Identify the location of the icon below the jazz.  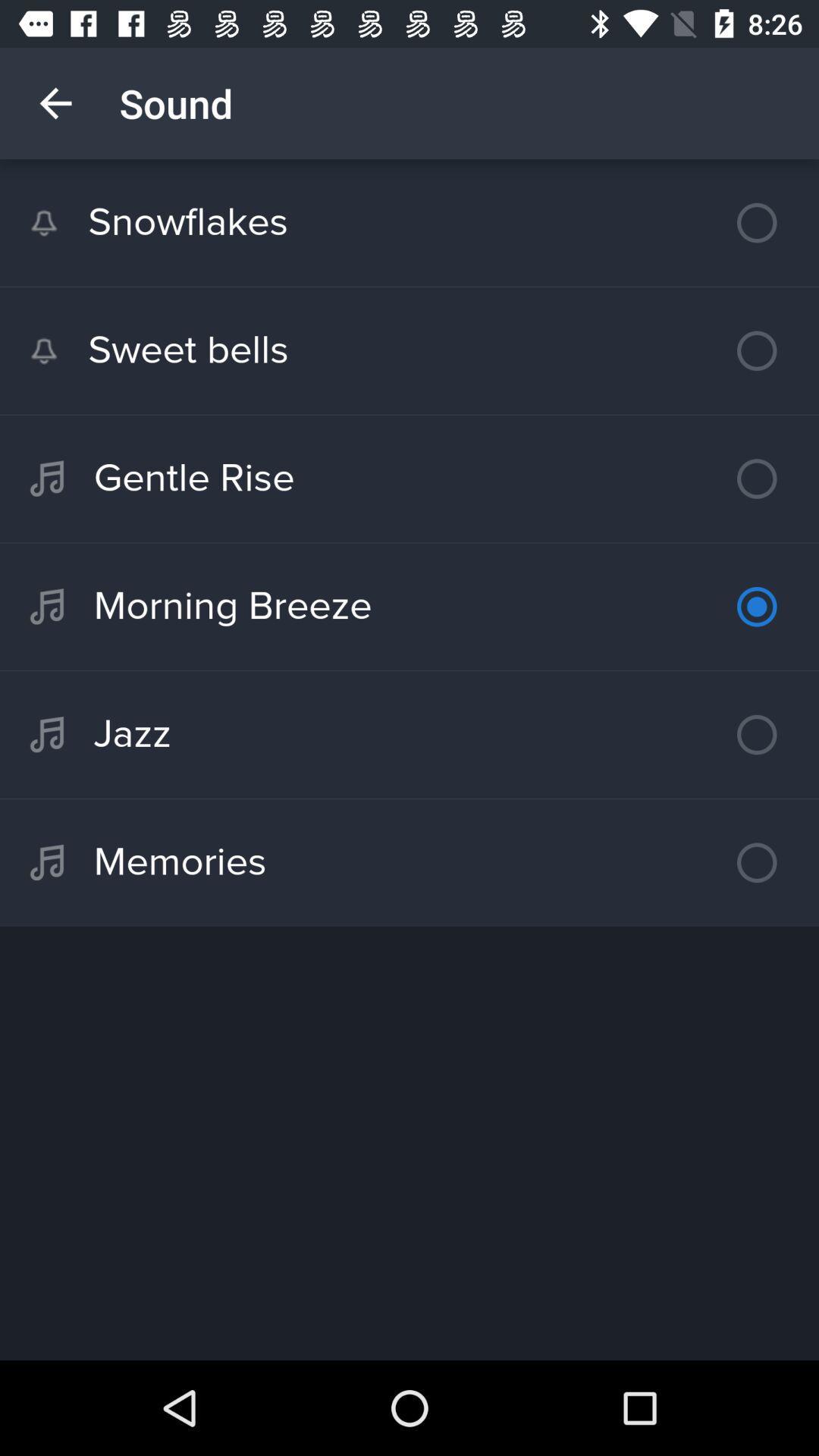
(409, 862).